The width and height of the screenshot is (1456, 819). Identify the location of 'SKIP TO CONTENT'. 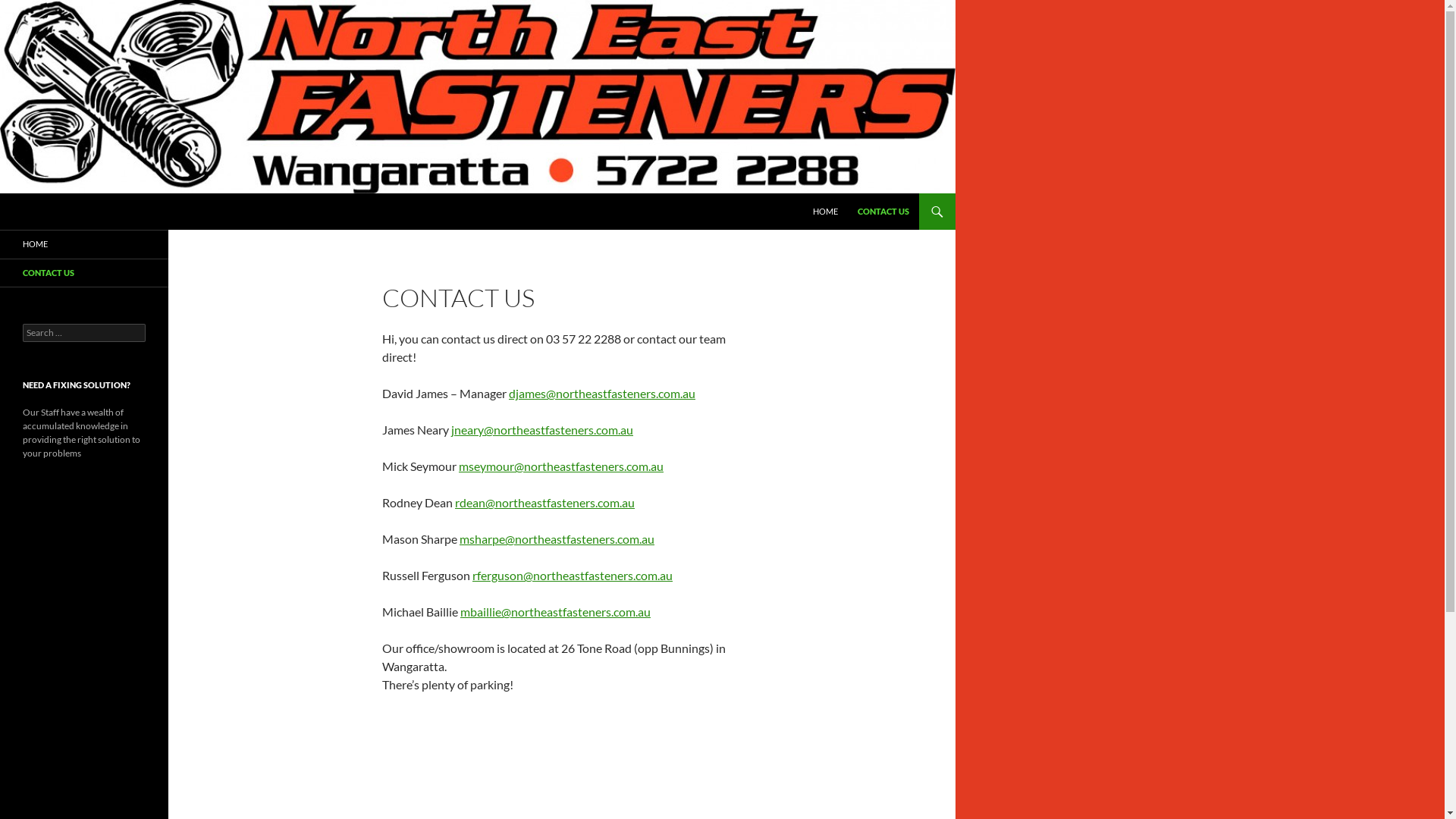
(803, 193).